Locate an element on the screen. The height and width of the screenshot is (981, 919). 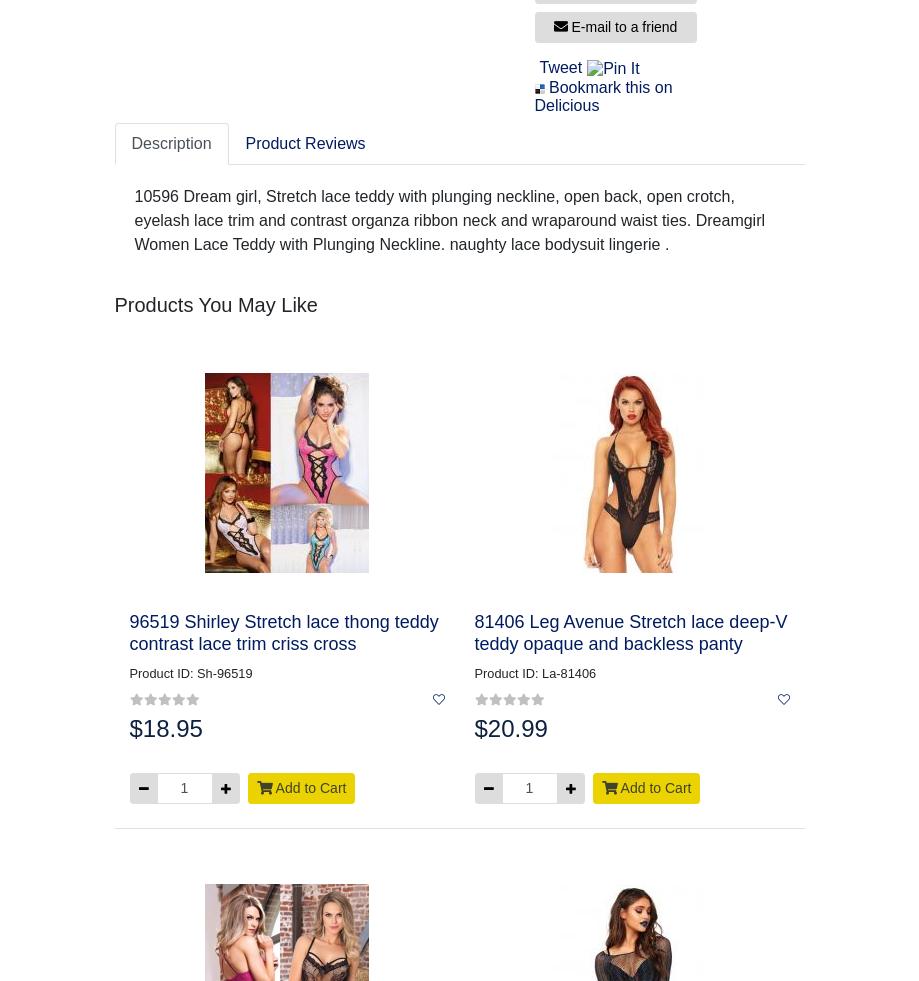
'Bookmark this on Delicious' is located at coordinates (602, 95).